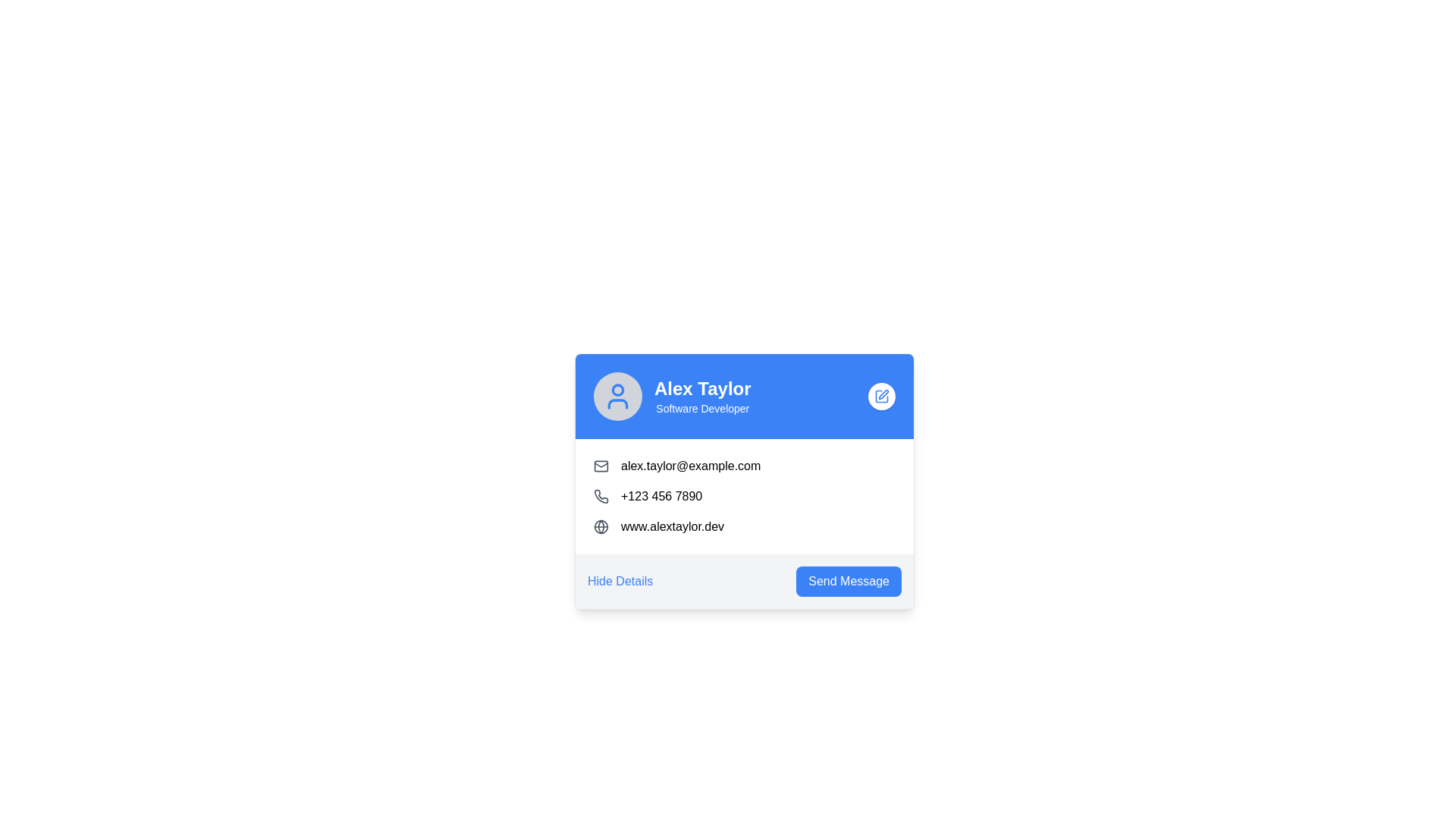 This screenshot has width=1456, height=819. I want to click on the Profile section located in the top-left portion of the card component, which contains a user icon and the name 'Alex Taylor' along with the title 'Software Developer', so click(671, 396).